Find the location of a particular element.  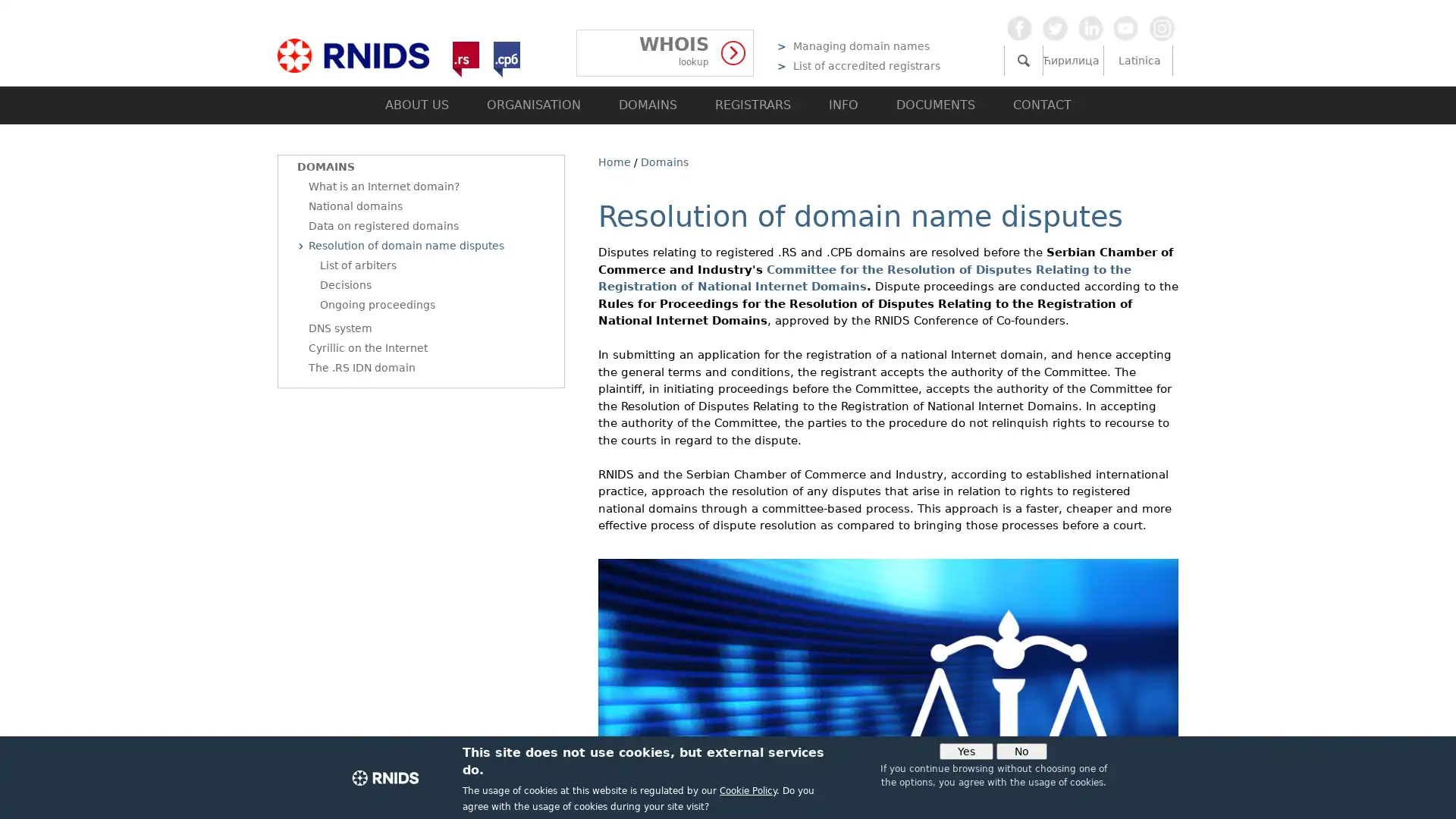

Yes is located at coordinates (965, 752).